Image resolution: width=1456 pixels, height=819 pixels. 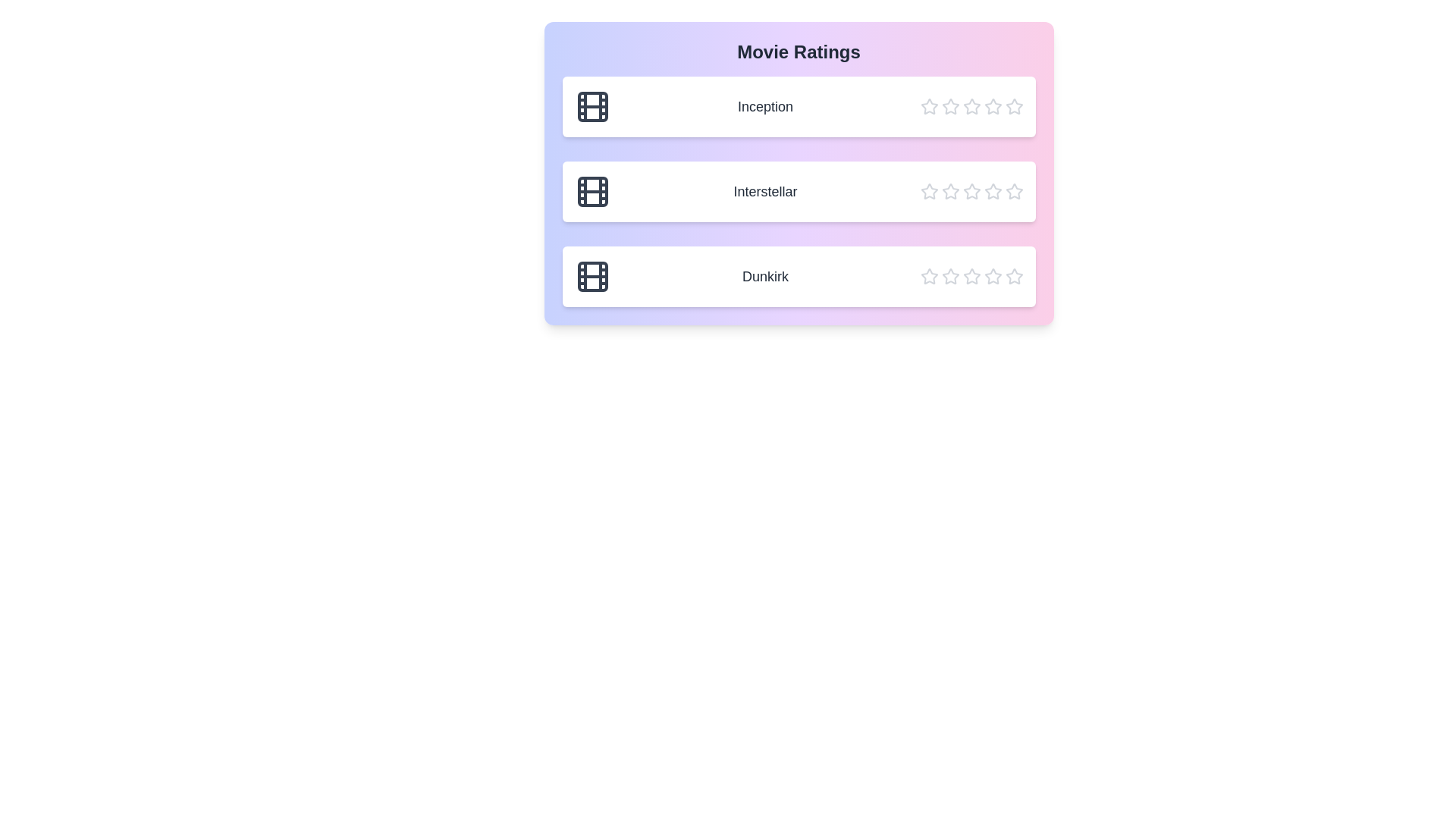 What do you see at coordinates (928, 106) in the screenshot?
I see `the star corresponding to the rating 1` at bounding box center [928, 106].